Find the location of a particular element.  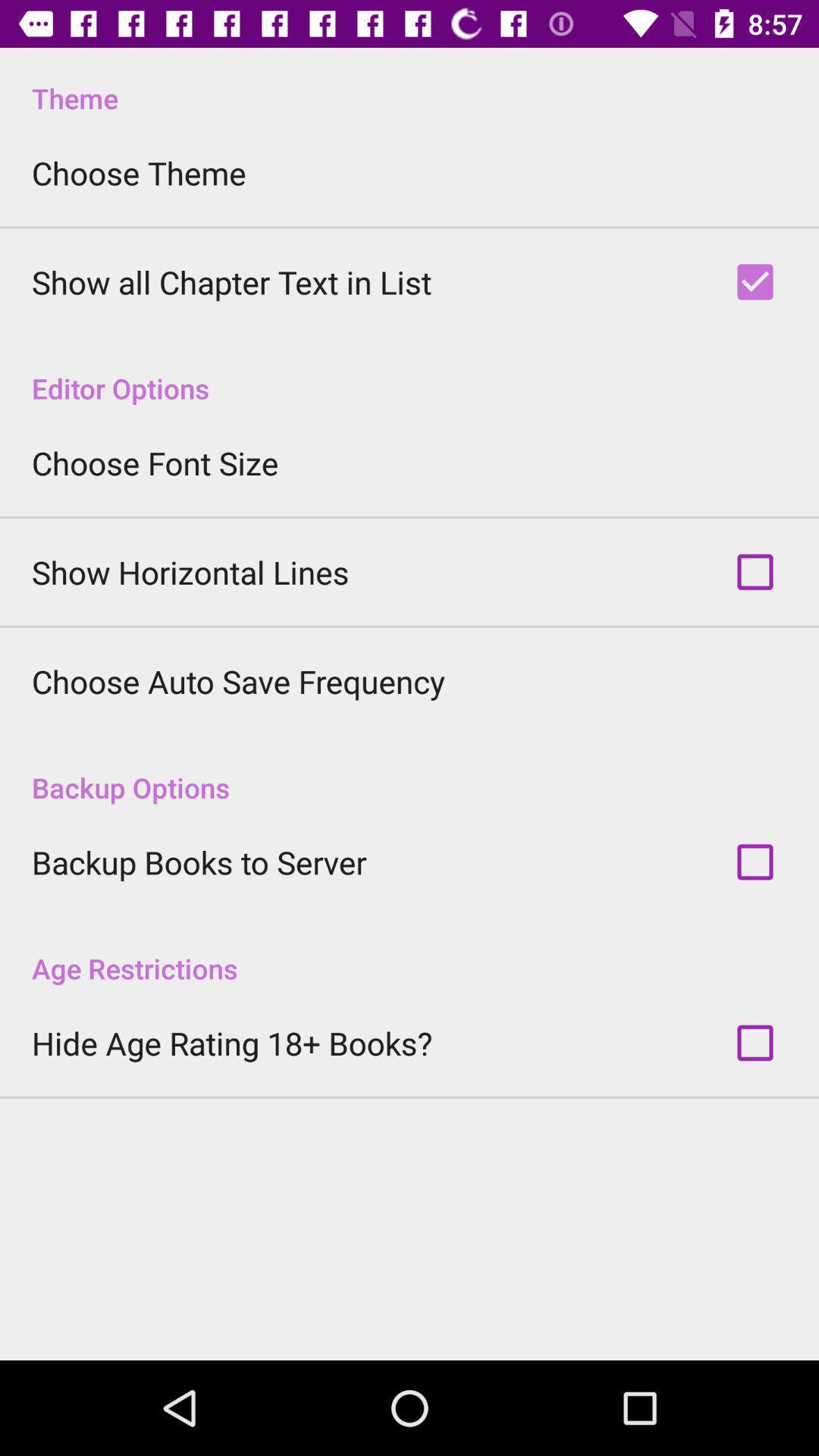

the show horizontal lines app is located at coordinates (190, 571).